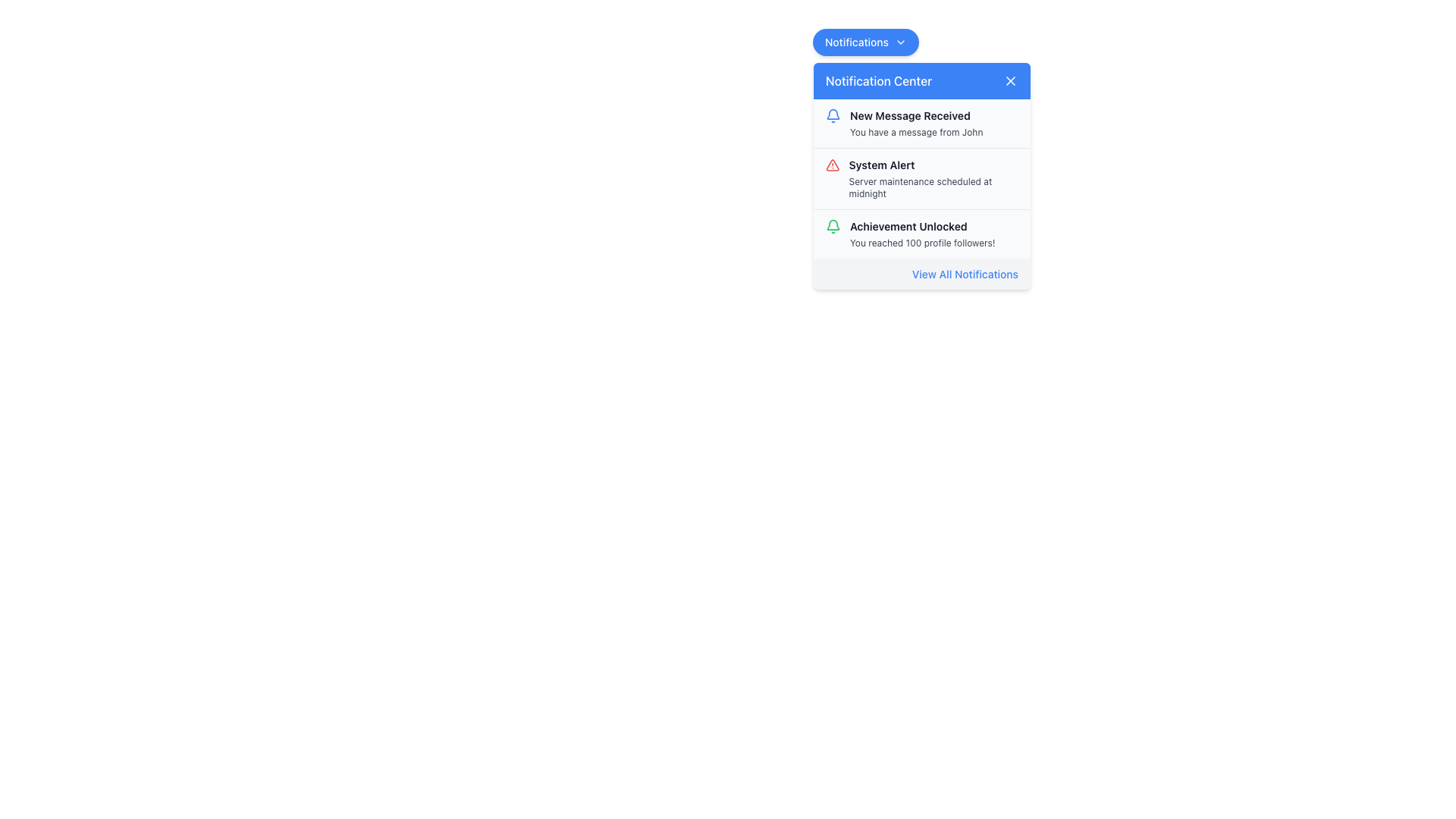 Image resolution: width=1456 pixels, height=819 pixels. I want to click on the bold text label reading 'New Message Received' in the first notification item of the notification panel, so click(915, 115).